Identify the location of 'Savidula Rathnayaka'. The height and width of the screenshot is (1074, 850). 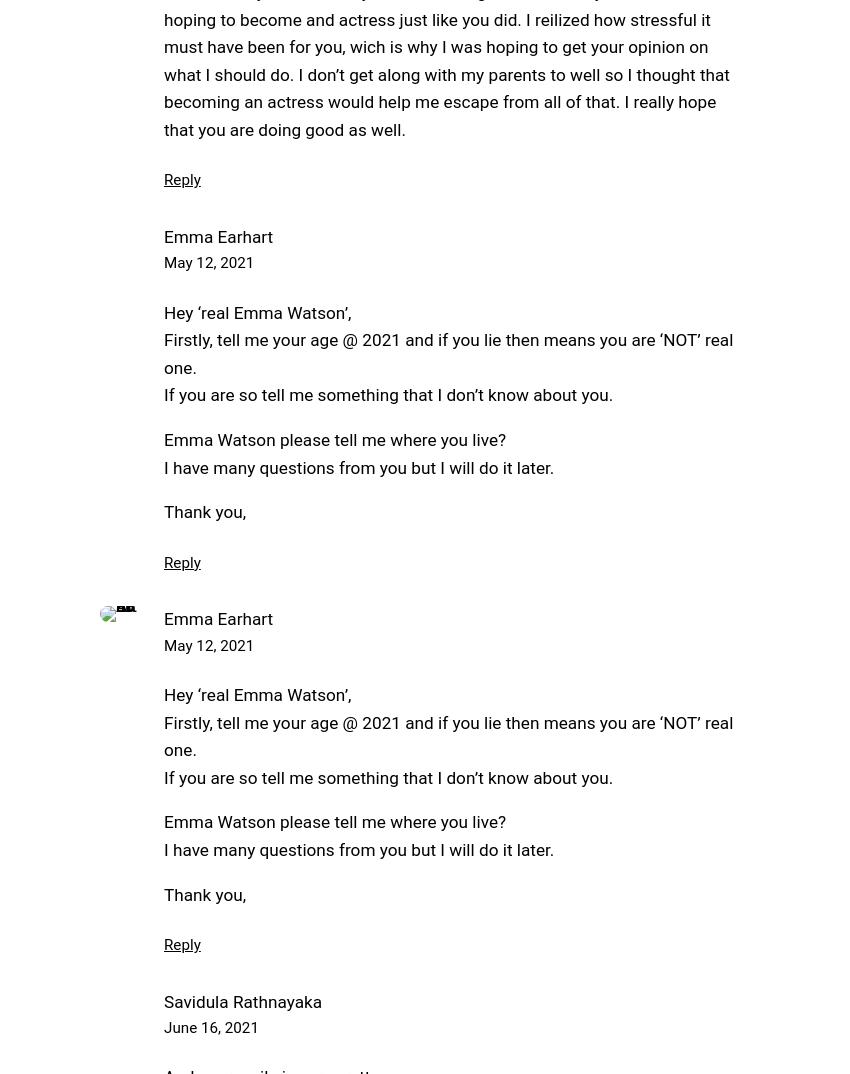
(243, 999).